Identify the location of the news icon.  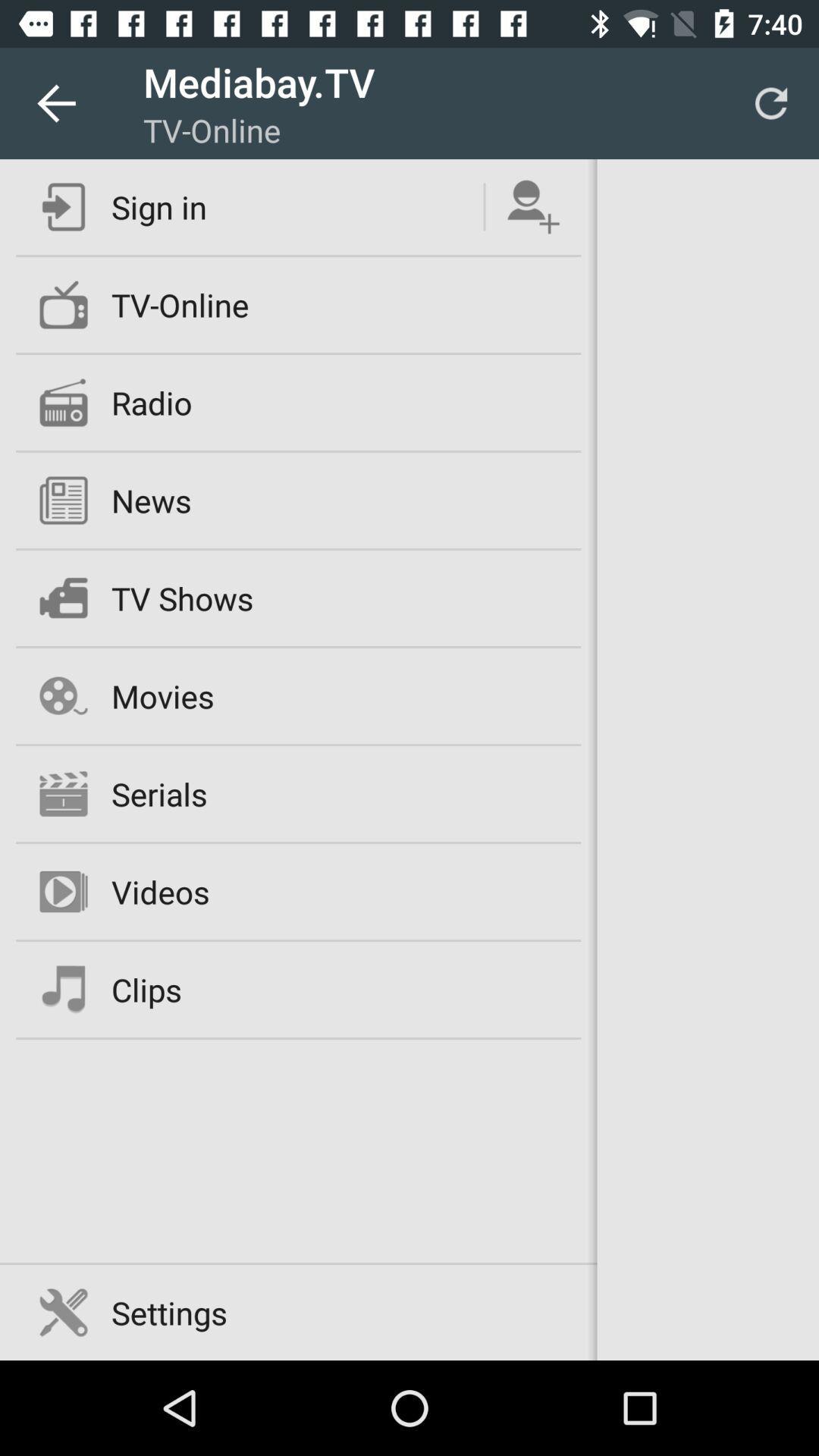
(151, 500).